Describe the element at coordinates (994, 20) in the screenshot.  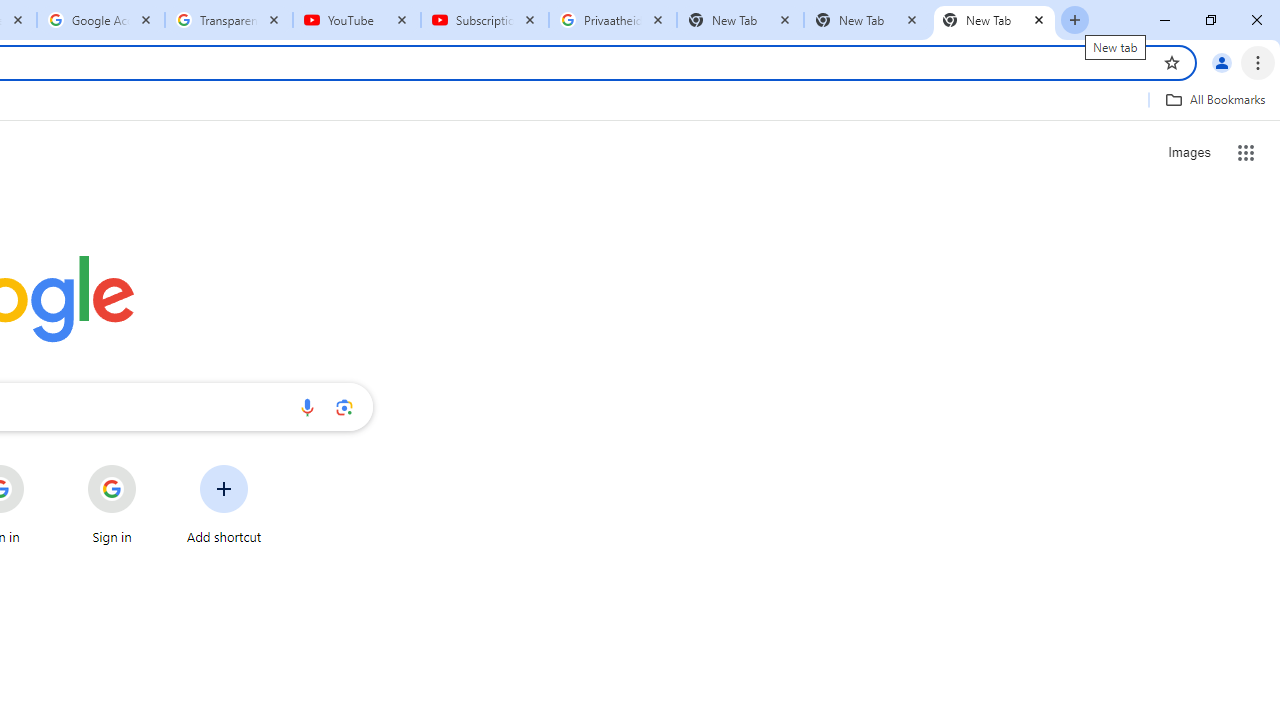
I see `'New Tab'` at that location.